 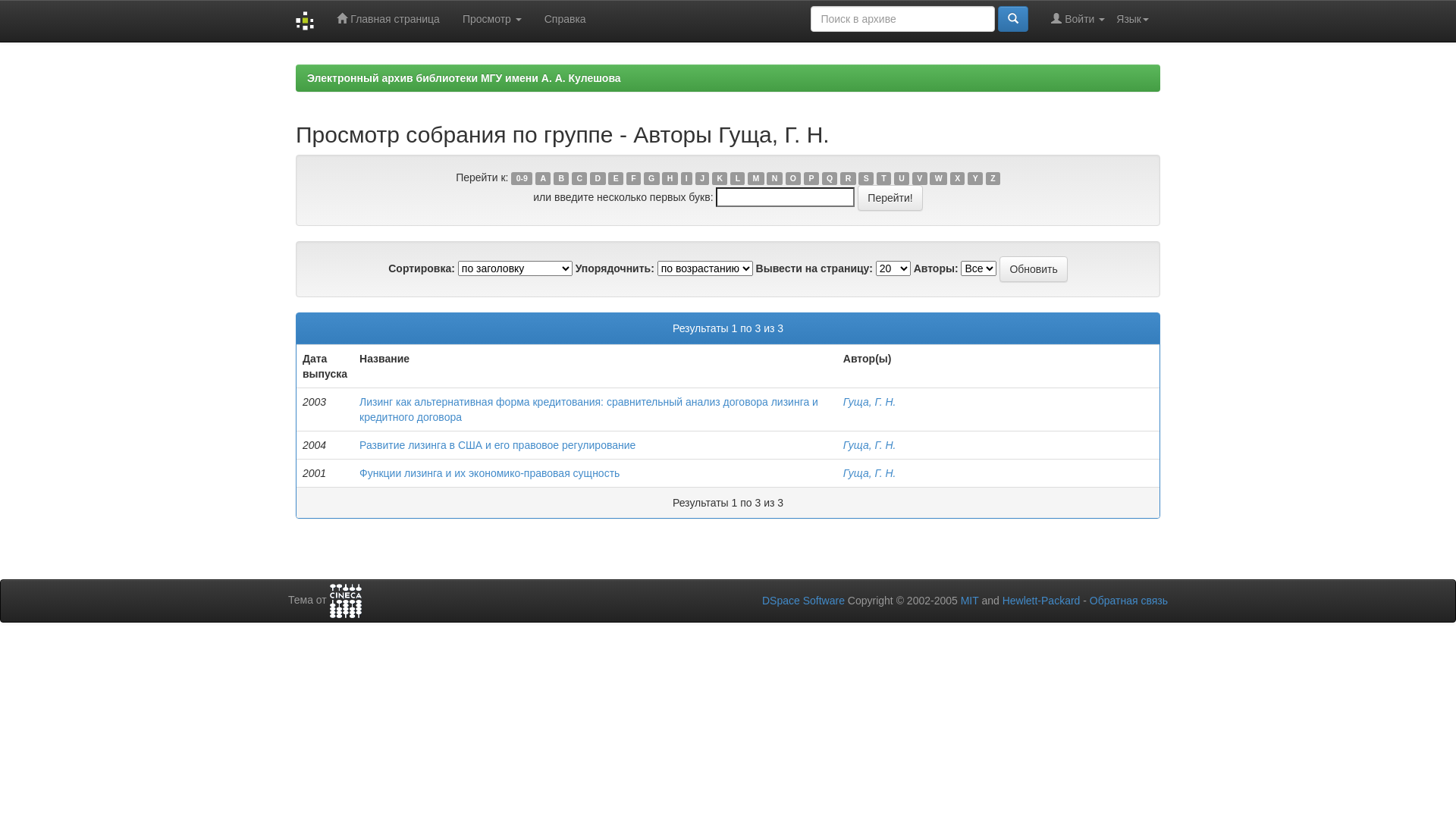 What do you see at coordinates (811, 177) in the screenshot?
I see `'P'` at bounding box center [811, 177].